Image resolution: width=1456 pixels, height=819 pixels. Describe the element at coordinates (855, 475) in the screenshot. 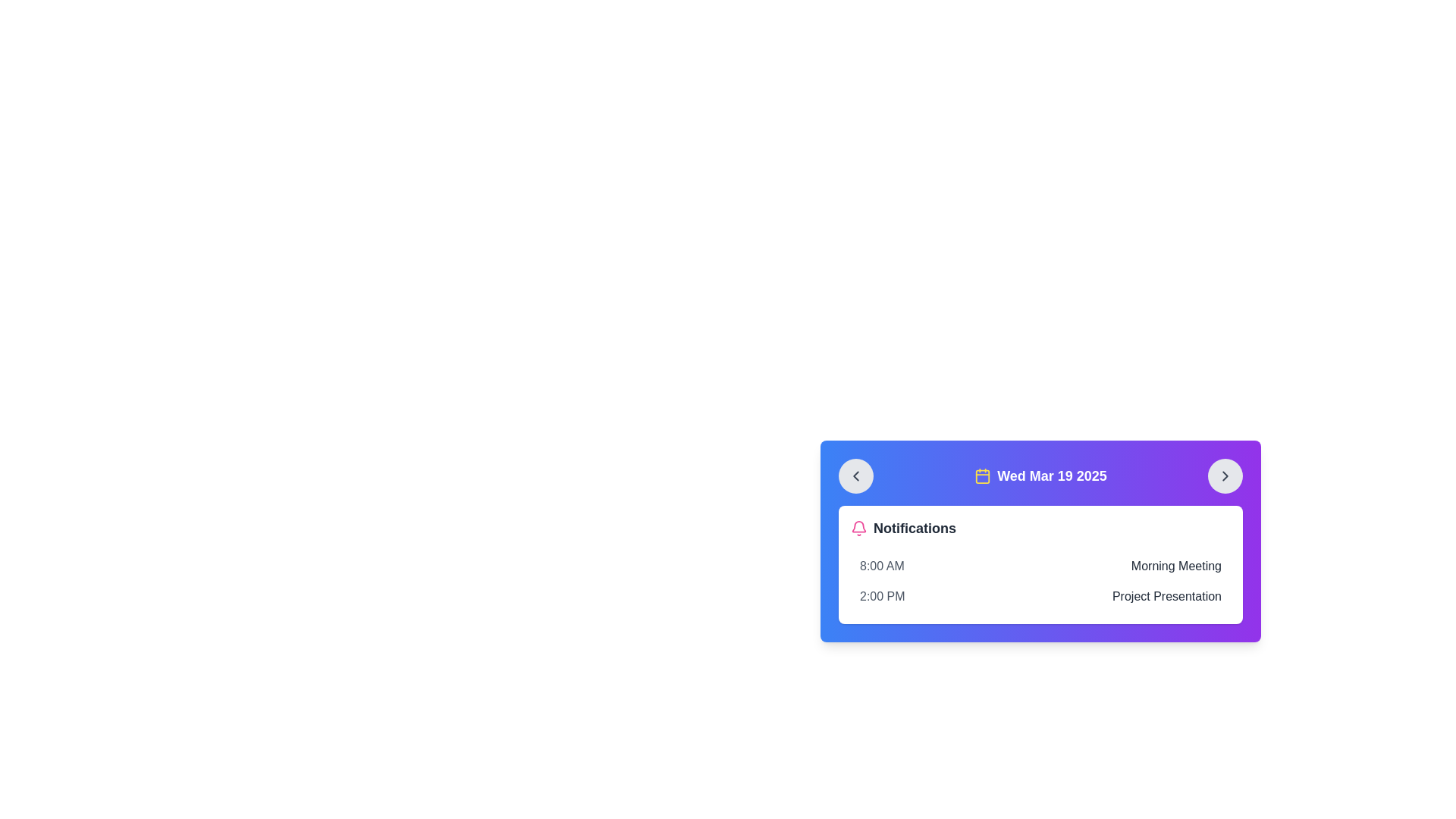

I see `the small leftward arrow icon with a chevron design inside a circular button at the top left corner of a notification card` at that location.